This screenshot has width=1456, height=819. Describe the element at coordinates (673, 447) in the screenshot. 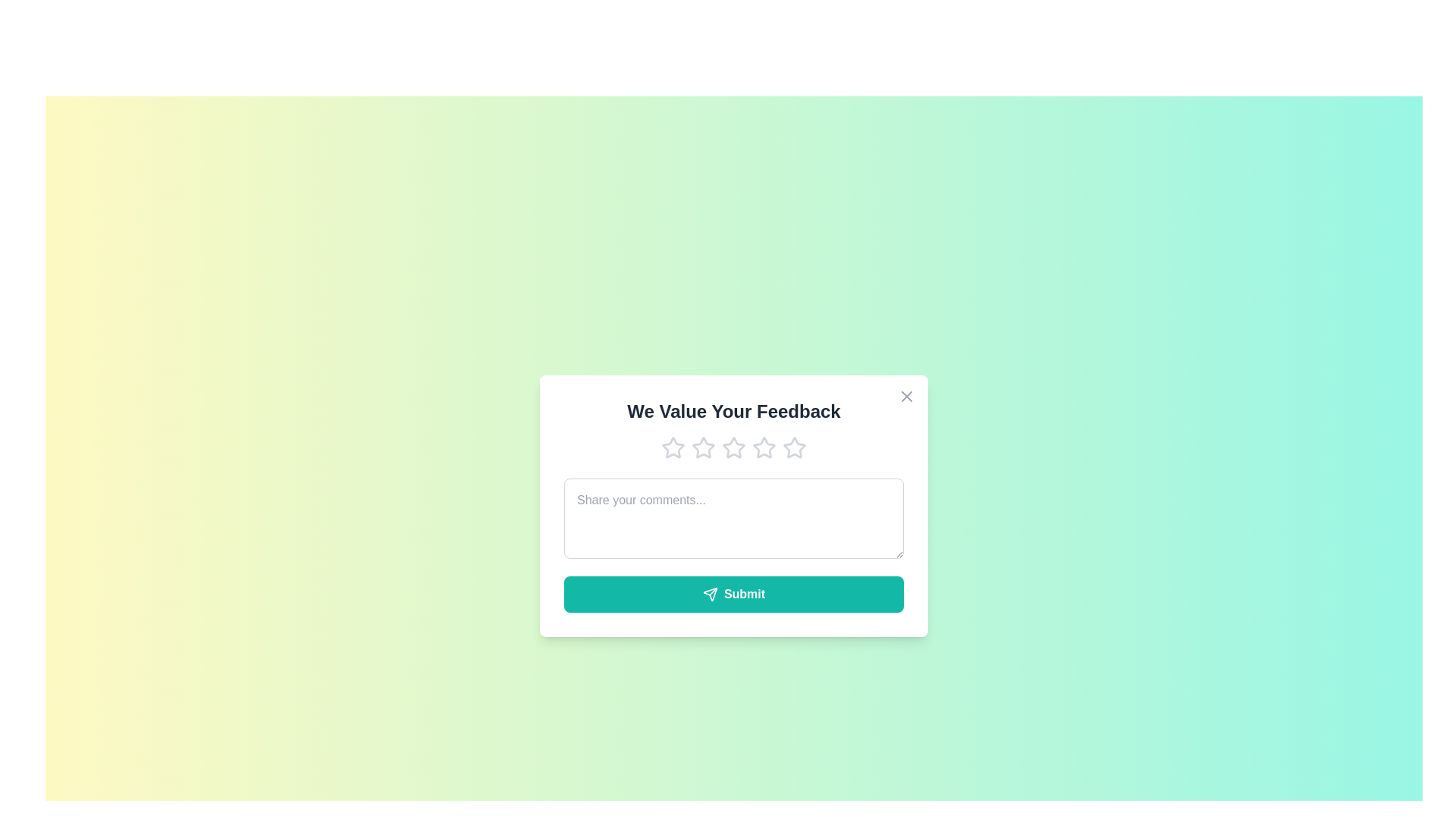

I see `the feedback rating to 1 stars by clicking on the corresponding star` at that location.